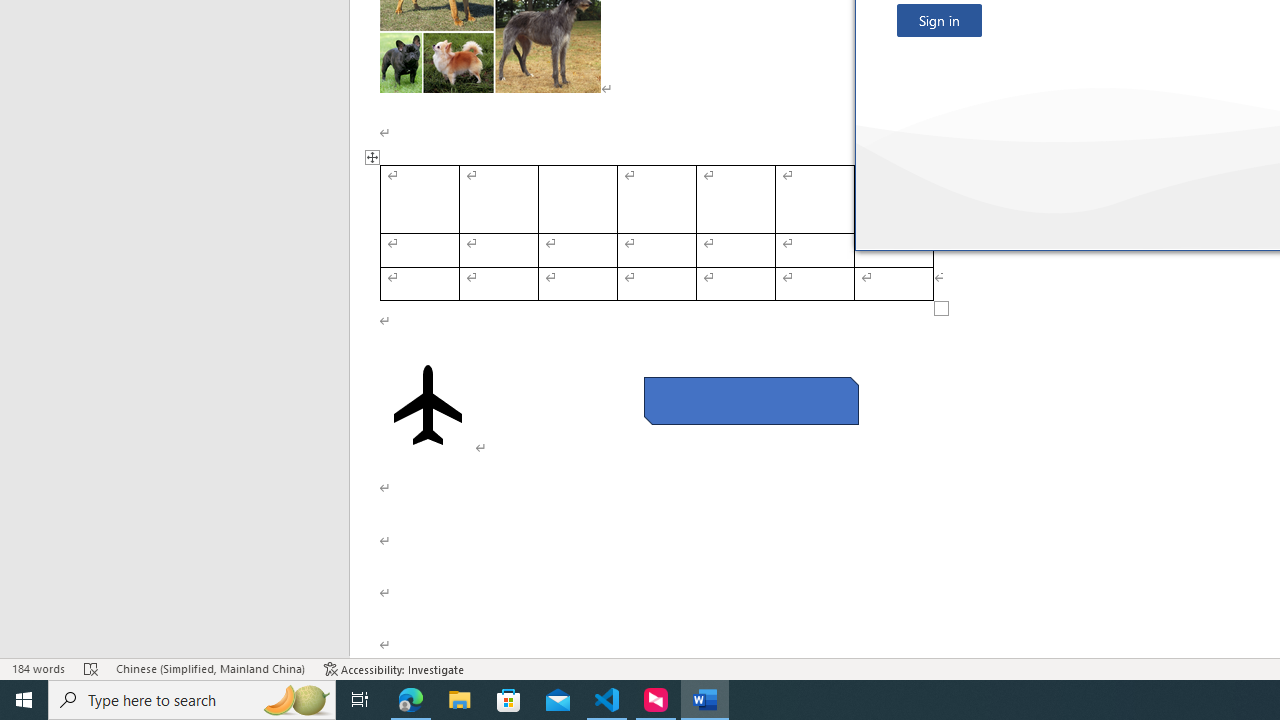 The image size is (1280, 720). Describe the element at coordinates (38, 669) in the screenshot. I see `'Word Count 184 words'` at that location.